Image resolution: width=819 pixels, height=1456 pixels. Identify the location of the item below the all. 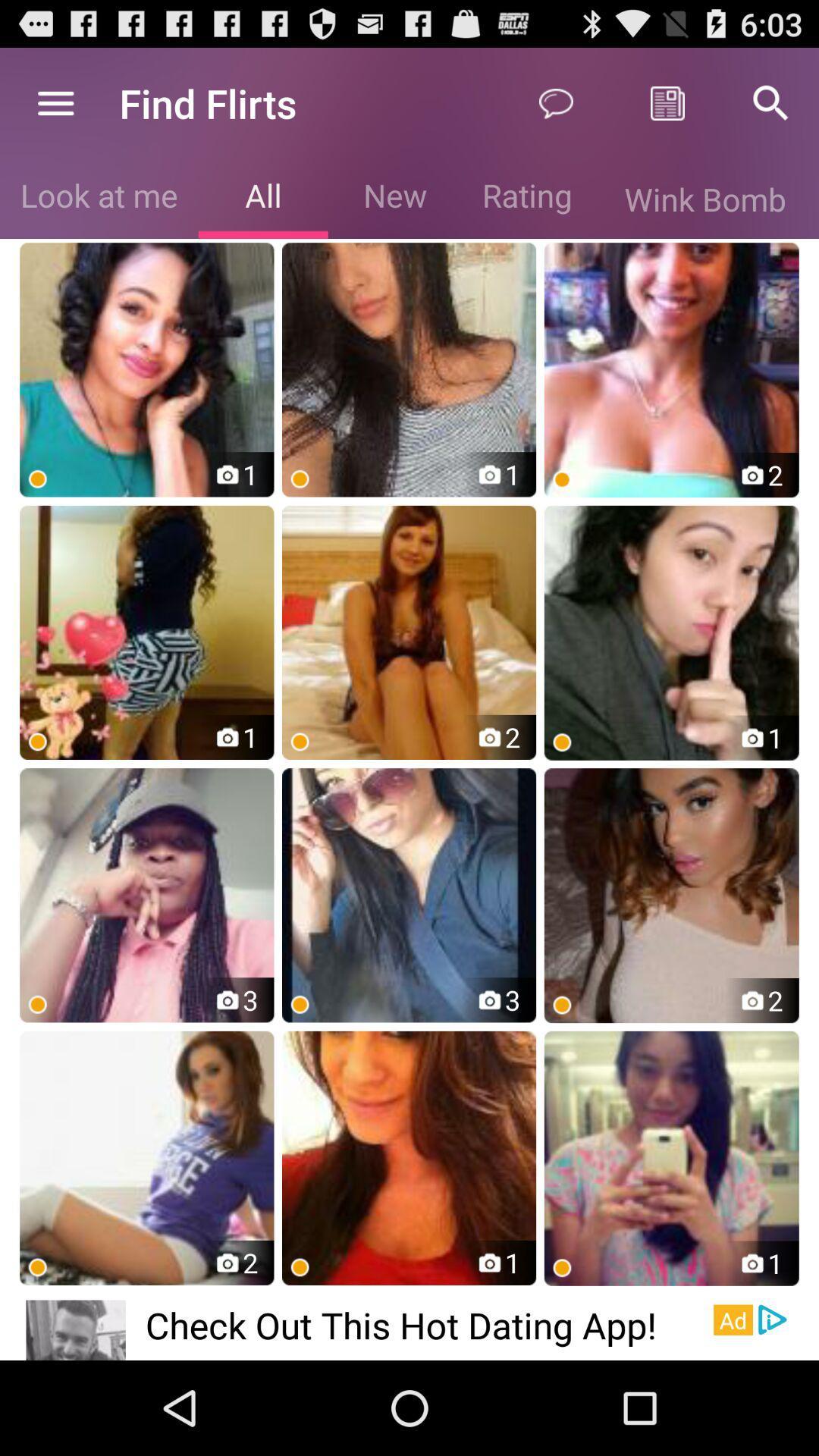
(408, 369).